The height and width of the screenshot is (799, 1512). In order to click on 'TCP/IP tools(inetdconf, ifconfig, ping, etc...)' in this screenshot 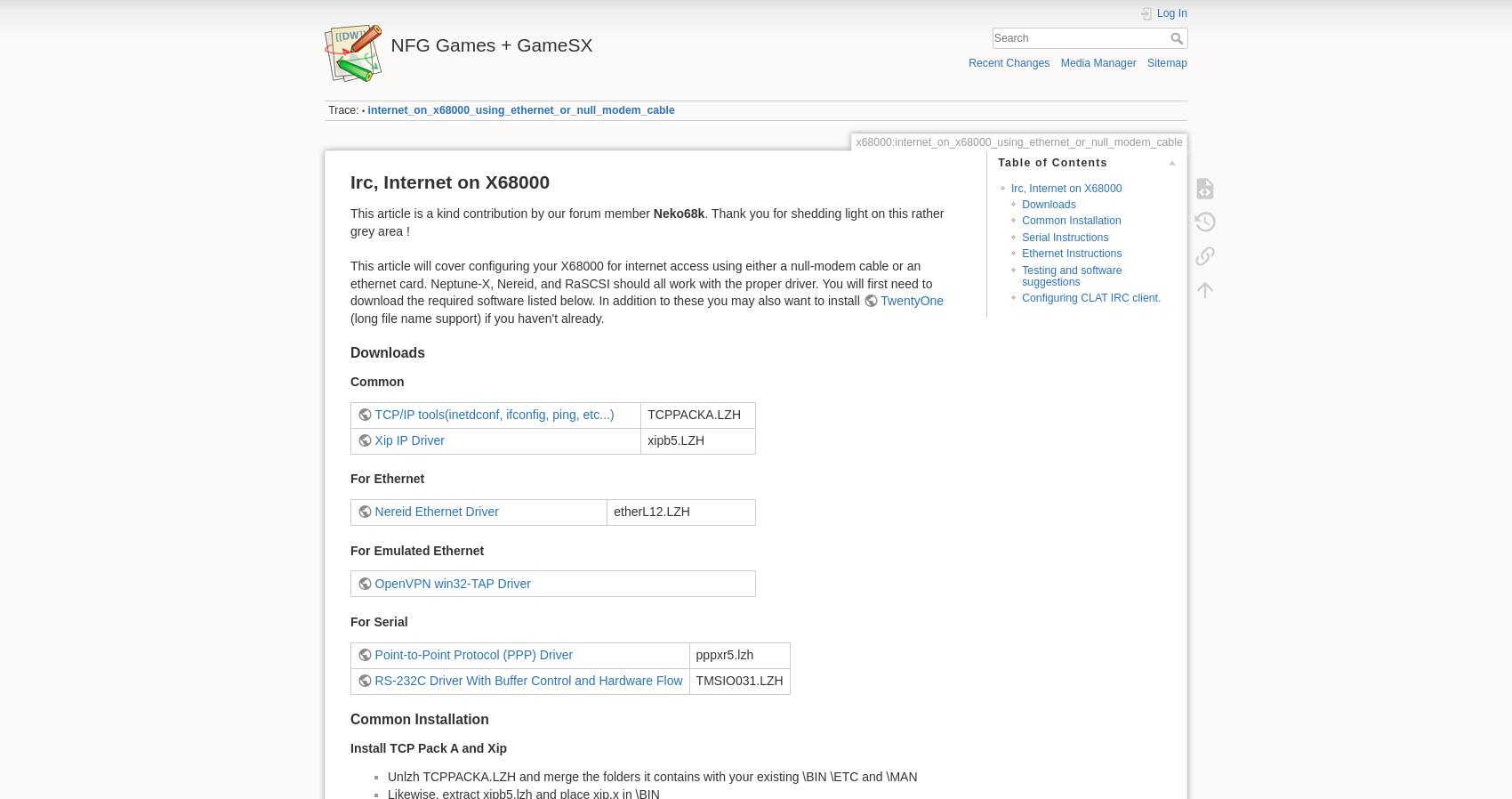, I will do `click(373, 412)`.